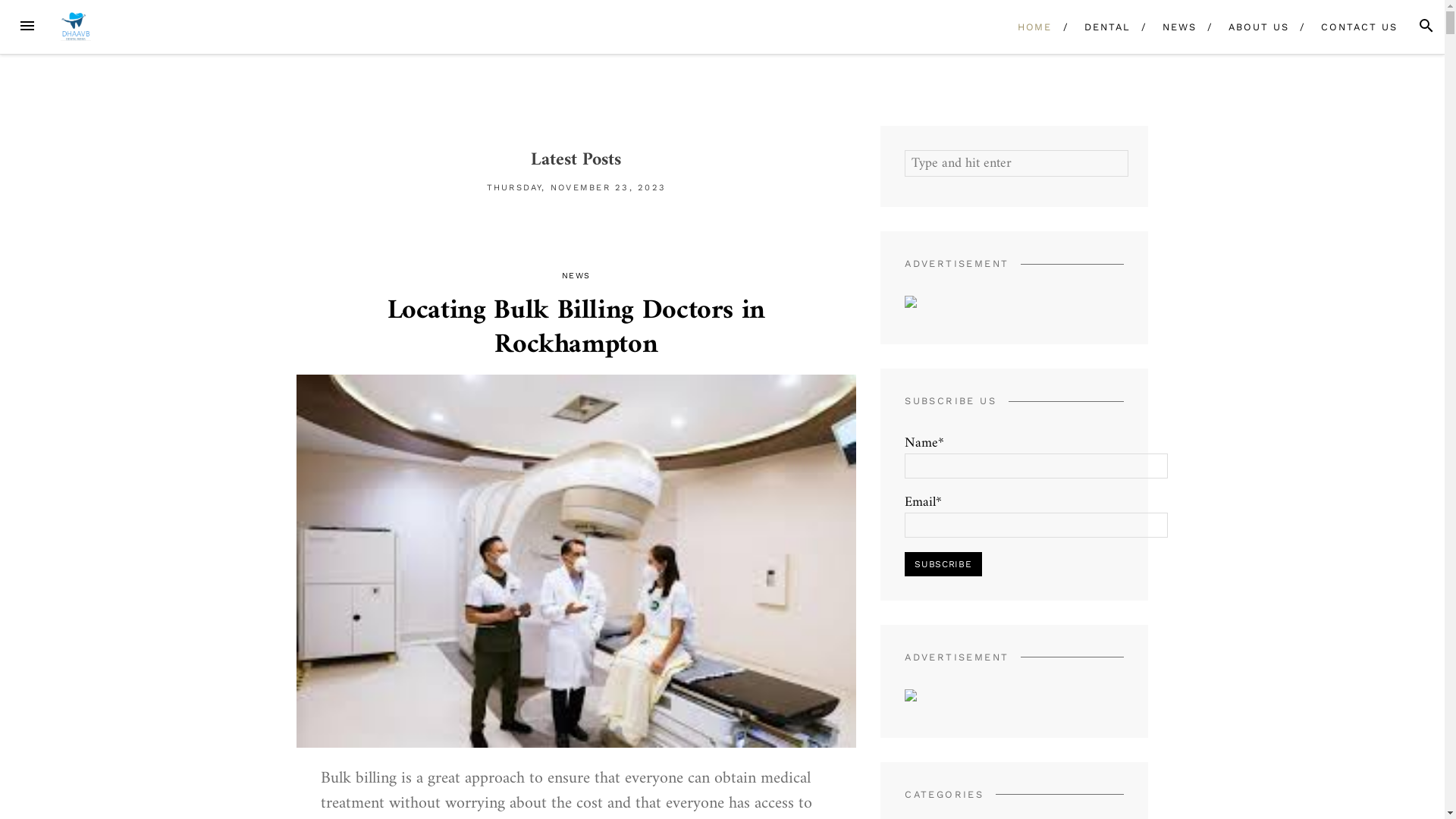 The image size is (1456, 819). I want to click on 'CONTACT US', so click(1359, 27).